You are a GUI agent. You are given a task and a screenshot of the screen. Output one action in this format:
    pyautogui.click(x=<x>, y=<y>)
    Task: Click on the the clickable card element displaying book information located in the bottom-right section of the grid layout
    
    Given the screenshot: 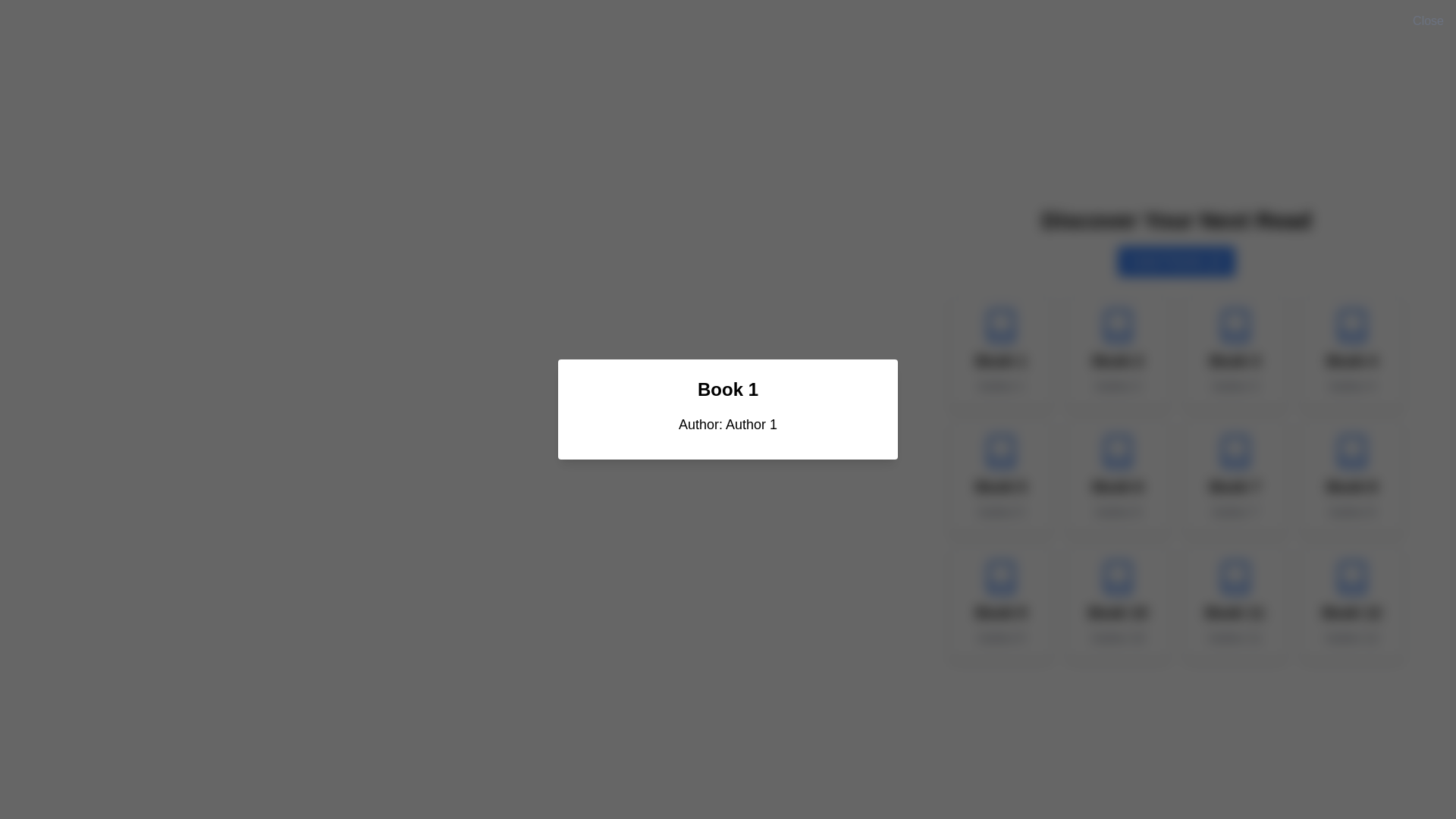 What is the action you would take?
    pyautogui.click(x=1351, y=476)
    